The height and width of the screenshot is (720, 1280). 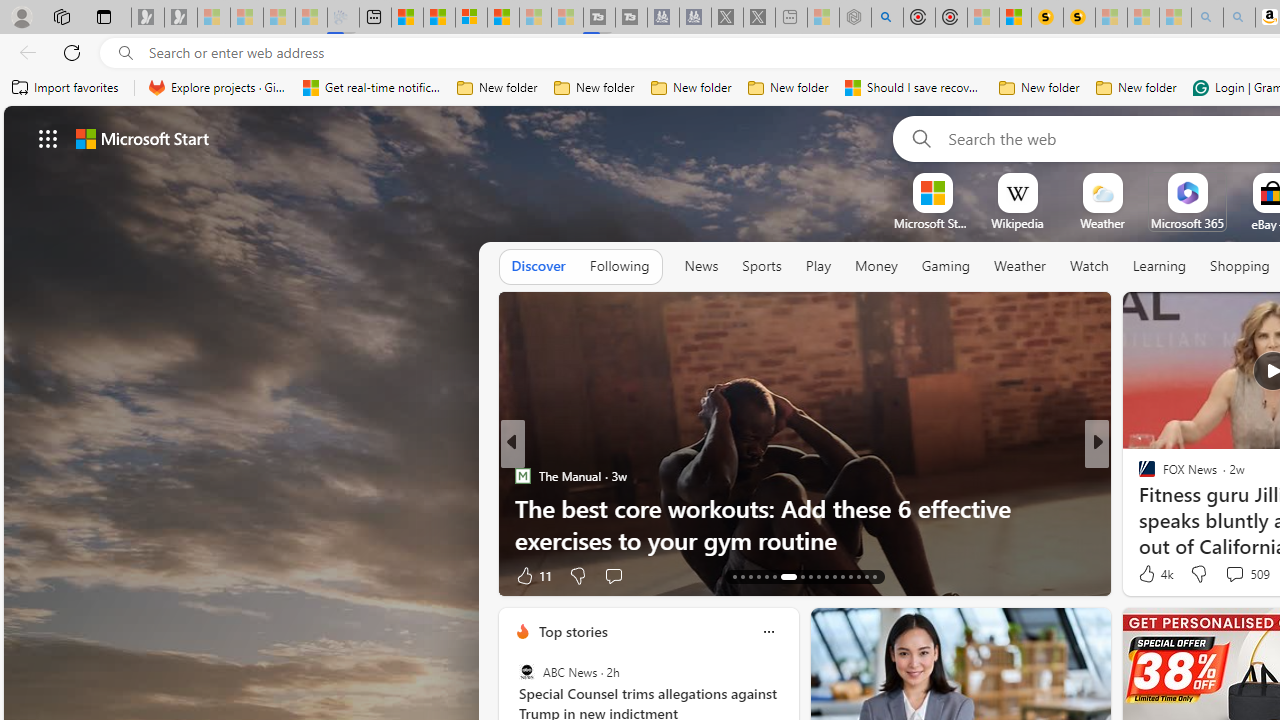 I want to click on 'Streaming Coverage | T3 - Sleeping', so click(x=598, y=17).